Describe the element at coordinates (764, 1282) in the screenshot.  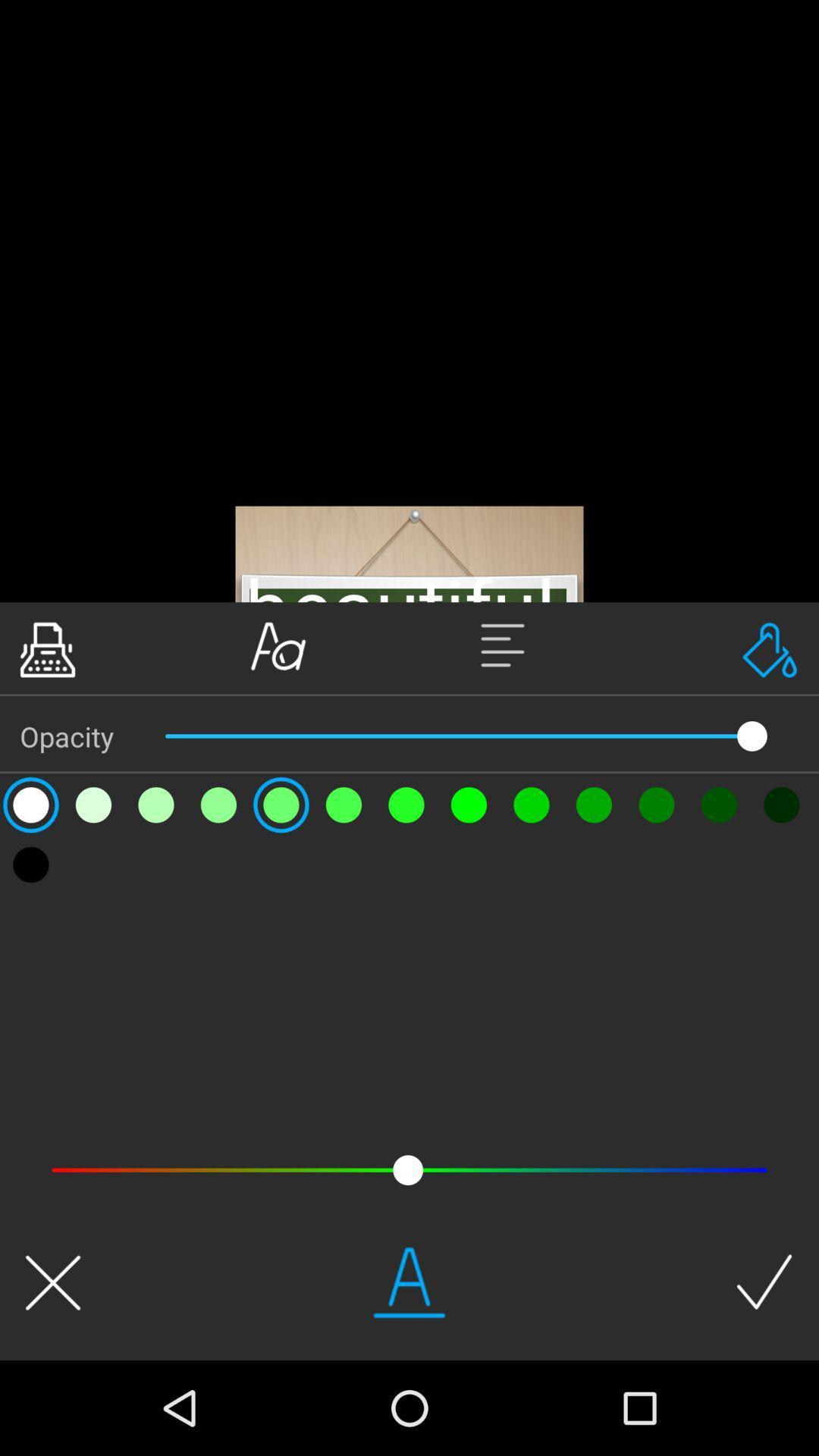
I see `the check icon` at that location.